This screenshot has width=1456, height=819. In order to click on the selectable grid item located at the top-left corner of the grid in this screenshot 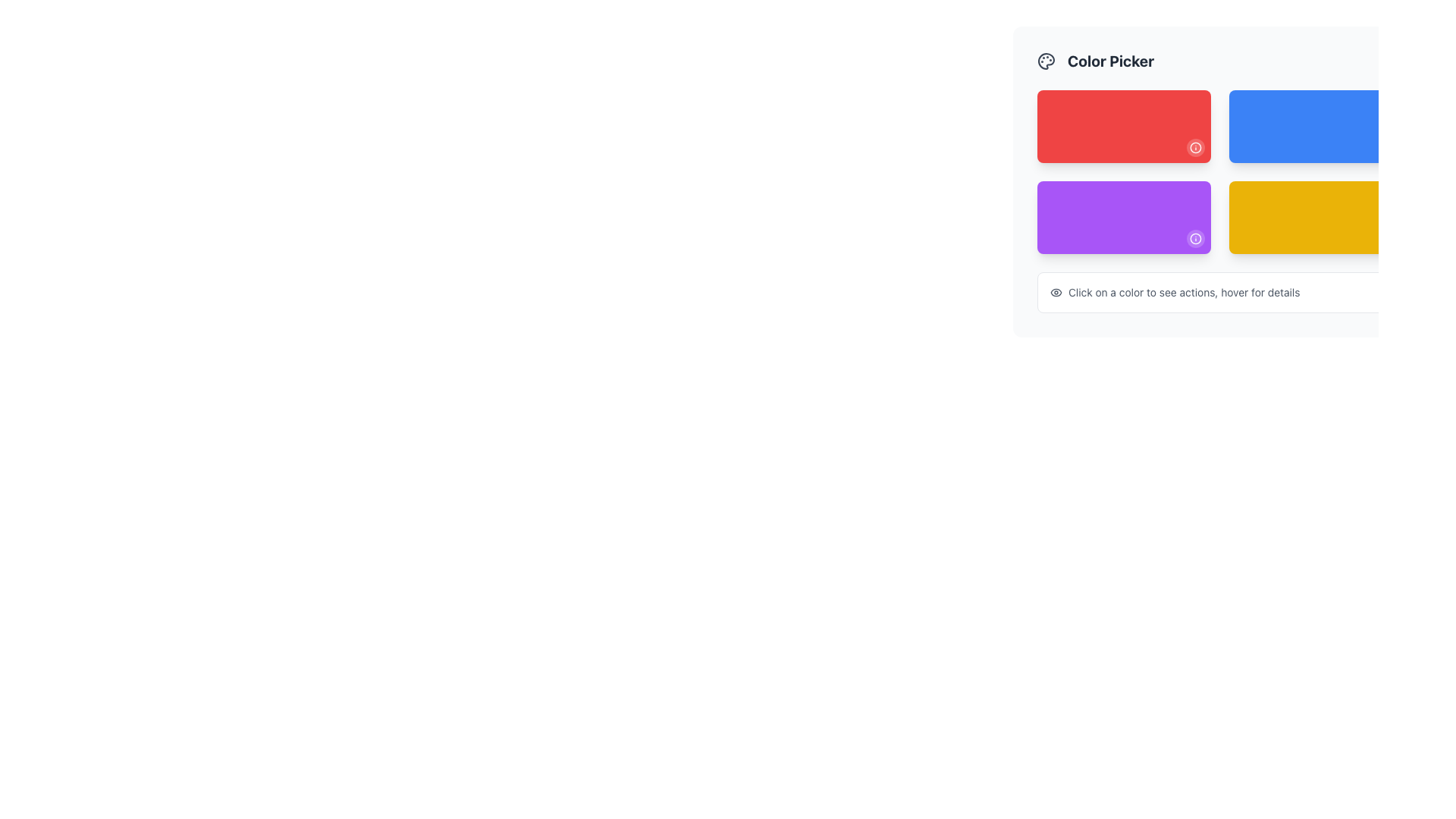, I will do `click(1124, 125)`.